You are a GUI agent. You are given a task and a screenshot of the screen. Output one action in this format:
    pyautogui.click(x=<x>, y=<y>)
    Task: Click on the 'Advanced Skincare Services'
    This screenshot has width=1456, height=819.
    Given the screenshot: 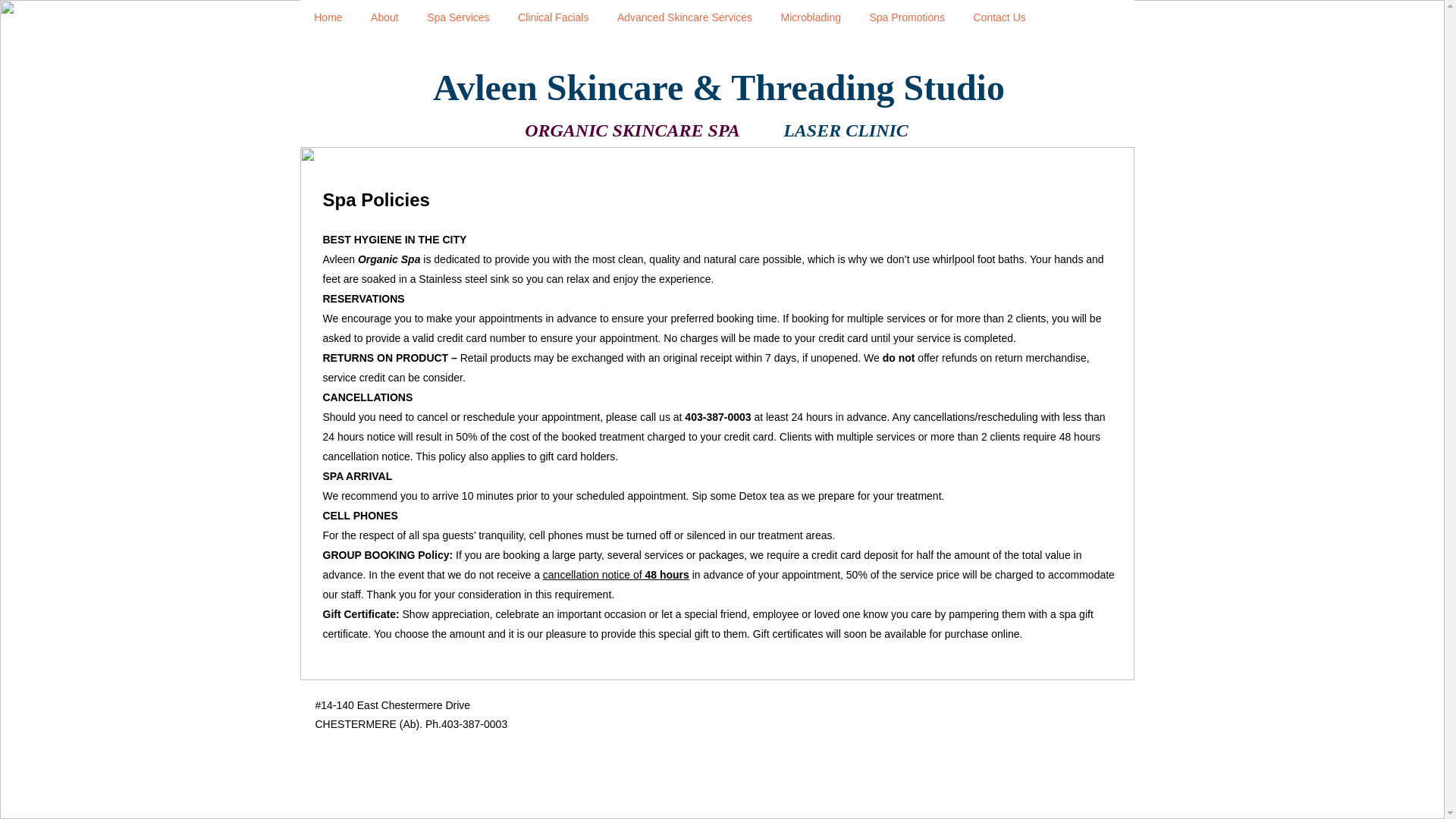 What is the action you would take?
    pyautogui.click(x=683, y=17)
    